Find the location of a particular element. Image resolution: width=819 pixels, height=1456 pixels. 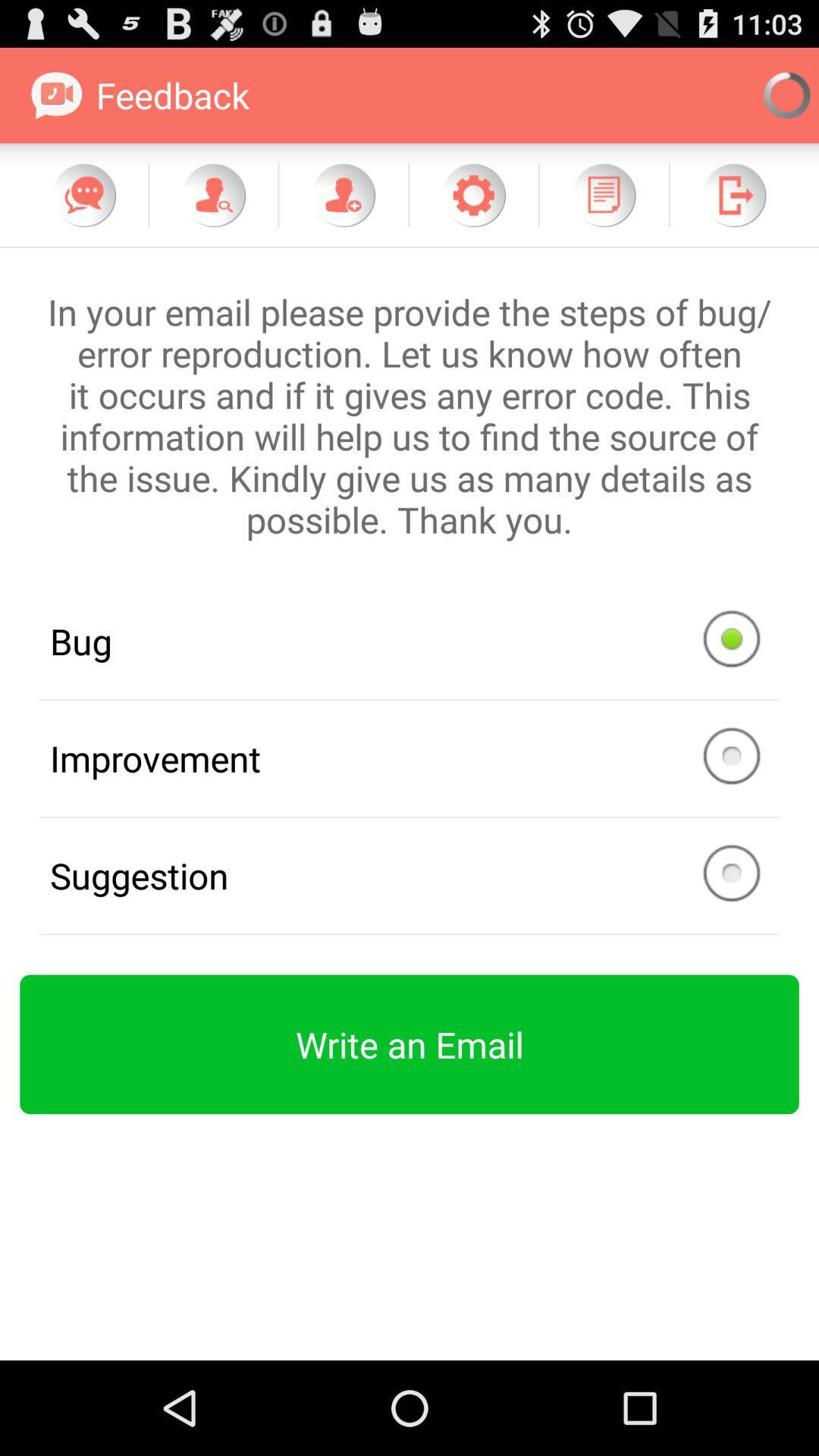

messaging is located at coordinates (84, 194).